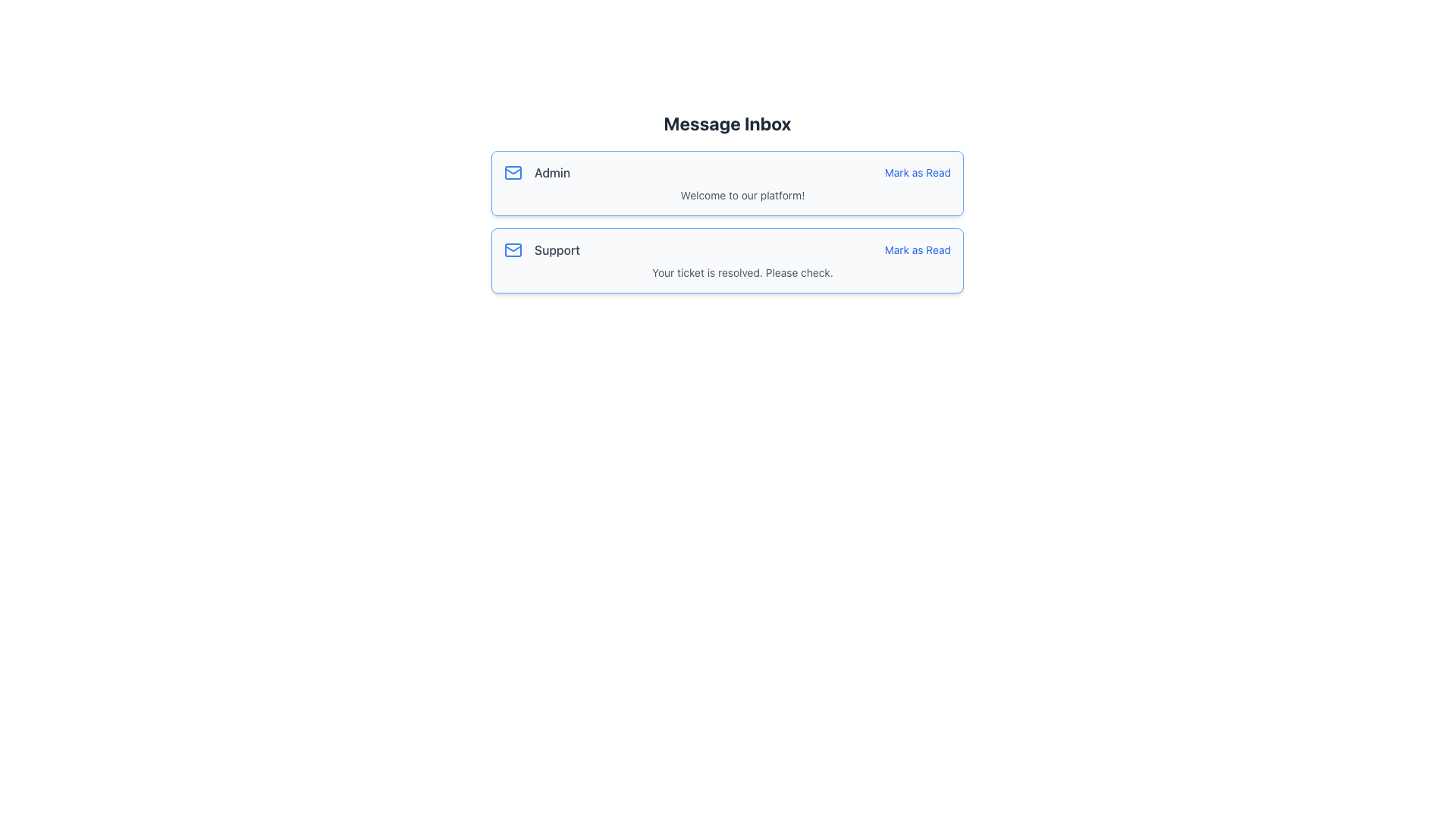 The width and height of the screenshot is (1456, 819). What do you see at coordinates (556, 249) in the screenshot?
I see `the Text Label that identifies the message sender or category, located in the second row of messages, aligned horizontally with the envelope icon and vertically with the 'Mark as Read' link` at bounding box center [556, 249].